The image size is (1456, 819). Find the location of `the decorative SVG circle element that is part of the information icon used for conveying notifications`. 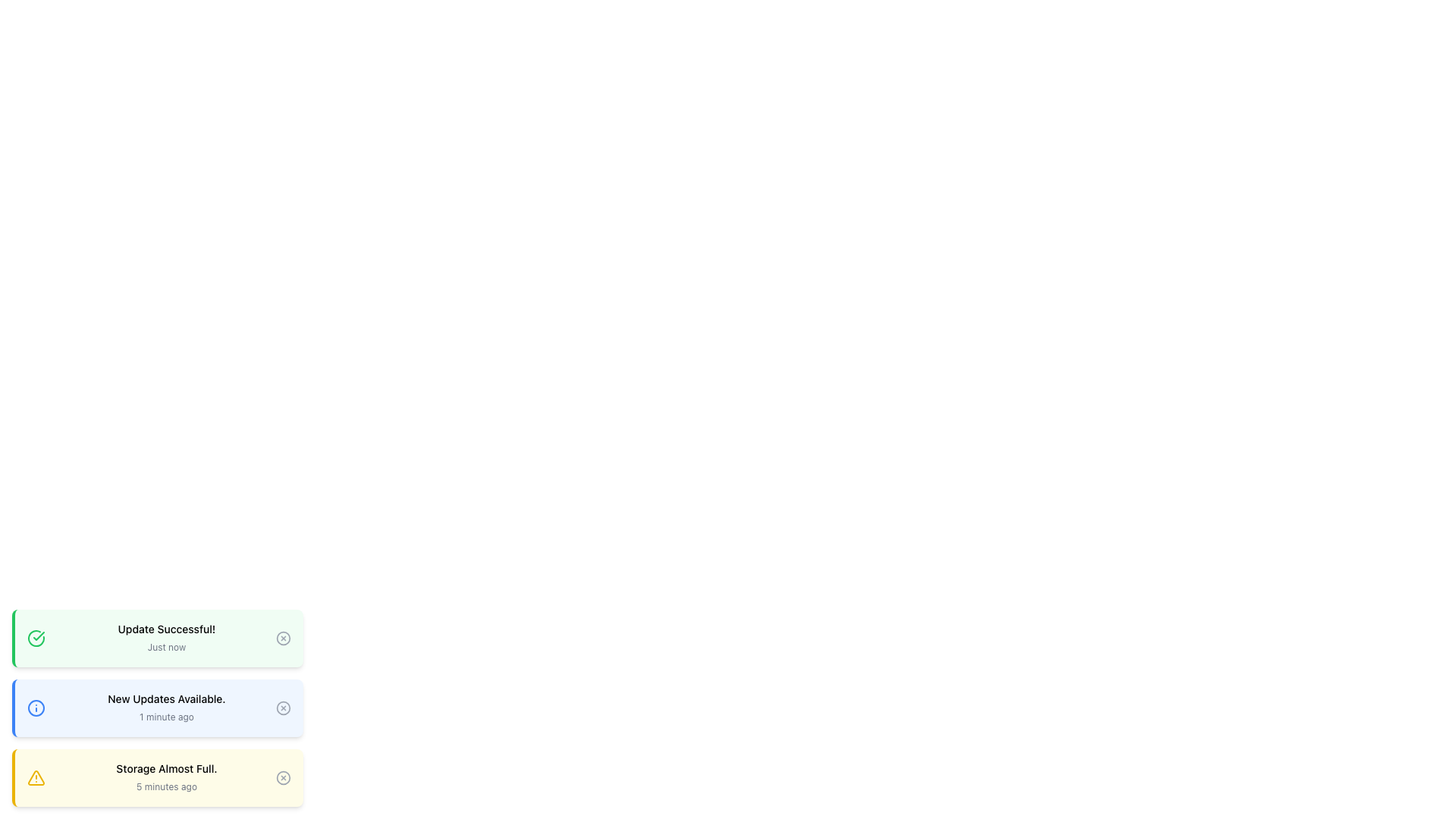

the decorative SVG circle element that is part of the information icon used for conveying notifications is located at coordinates (36, 708).